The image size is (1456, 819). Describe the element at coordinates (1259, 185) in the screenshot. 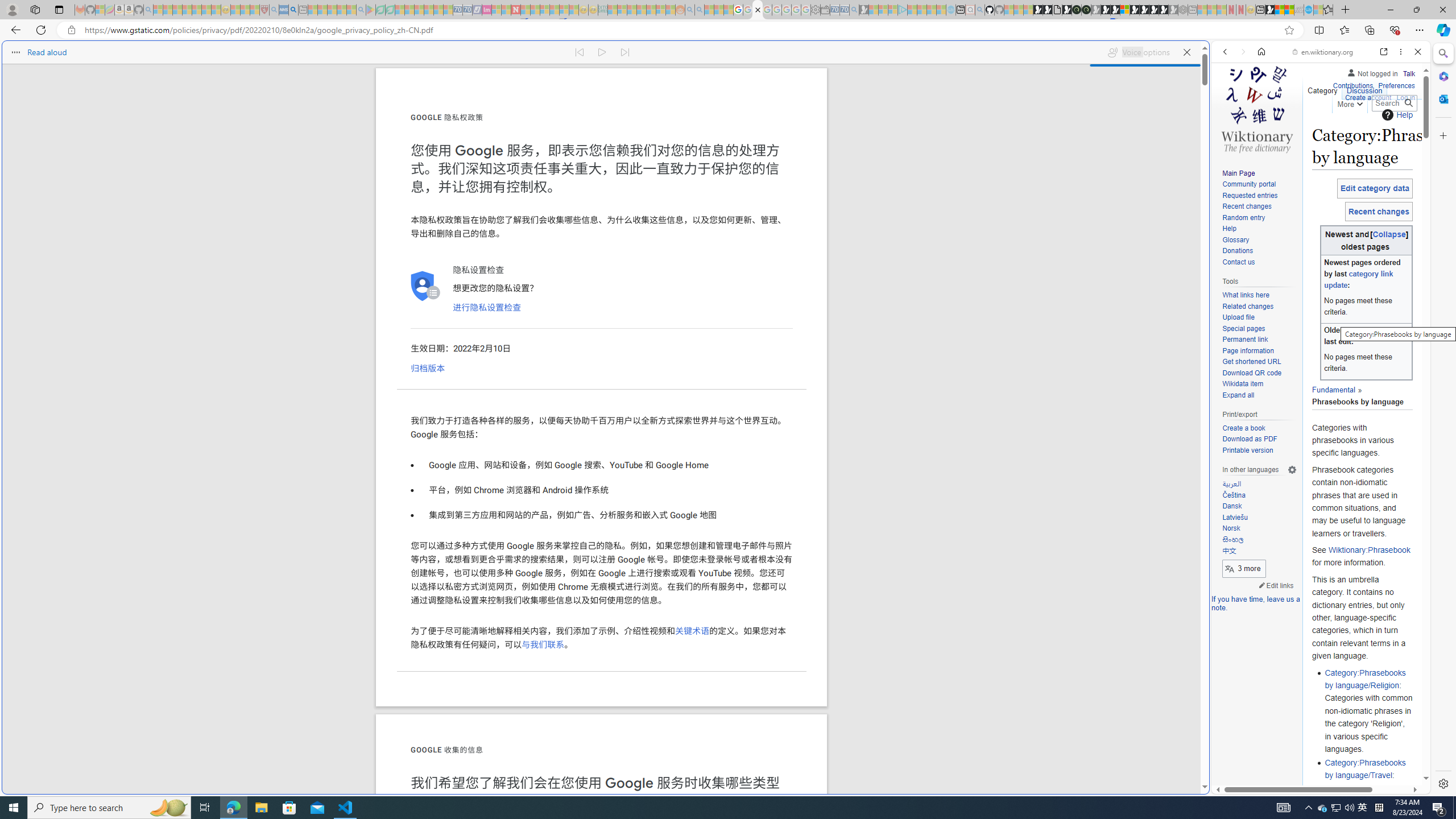

I see `'Community portal'` at that location.